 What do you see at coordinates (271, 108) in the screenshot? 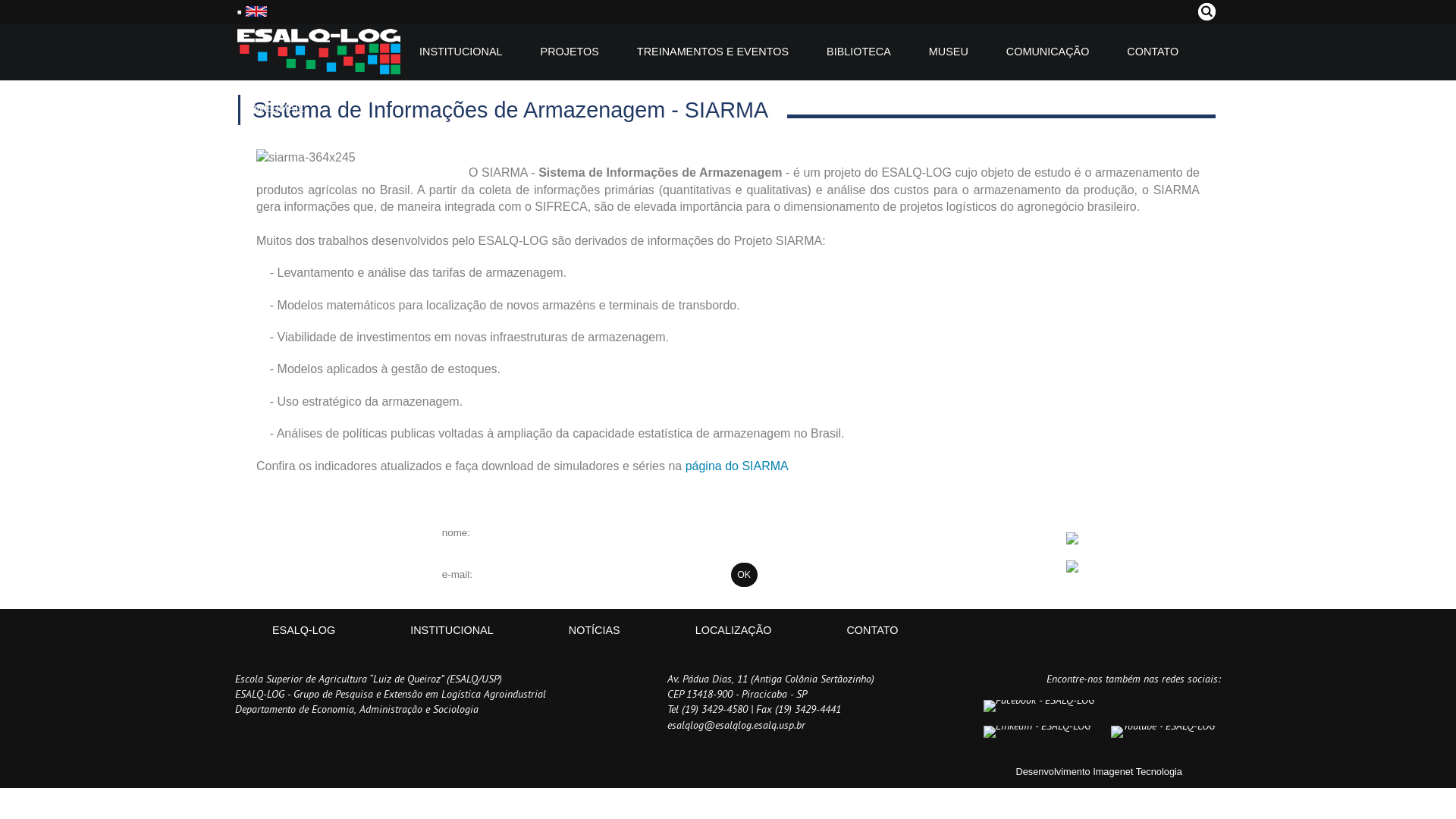
I see `'WEBMAIL'` at bounding box center [271, 108].